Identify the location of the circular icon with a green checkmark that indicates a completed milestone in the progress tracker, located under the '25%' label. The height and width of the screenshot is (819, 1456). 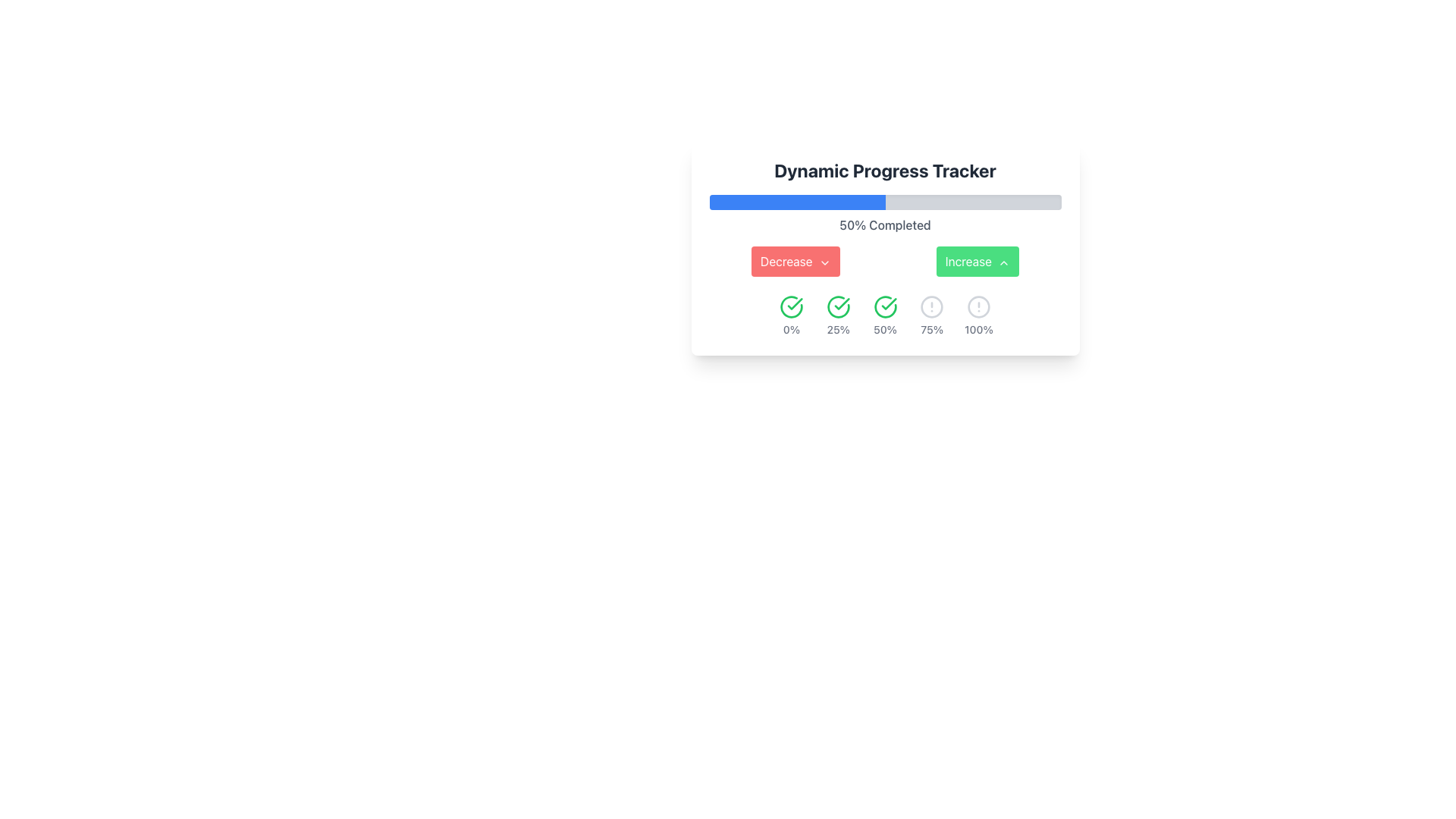
(837, 307).